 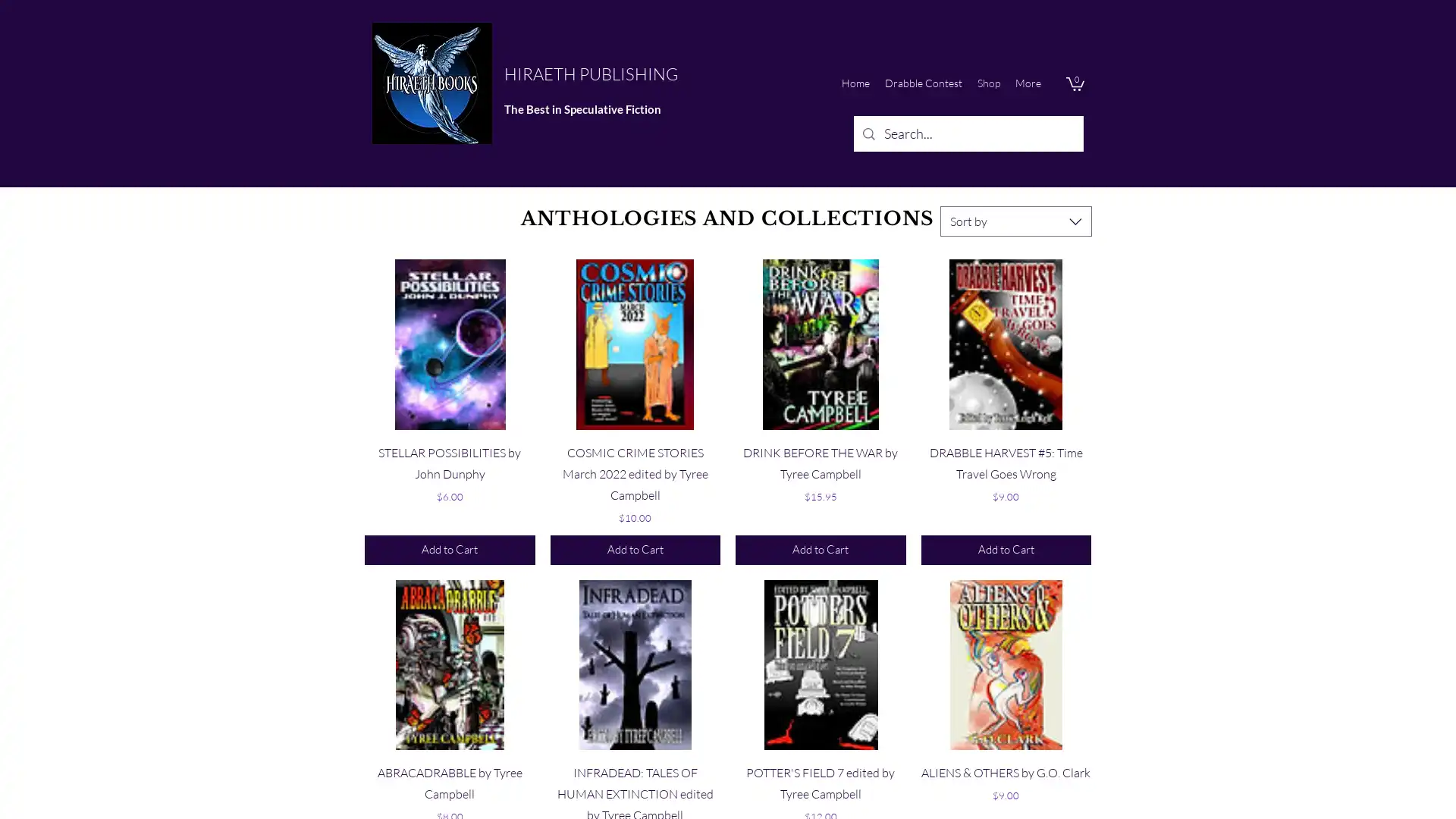 I want to click on Quick View, so click(x=1006, y=447).